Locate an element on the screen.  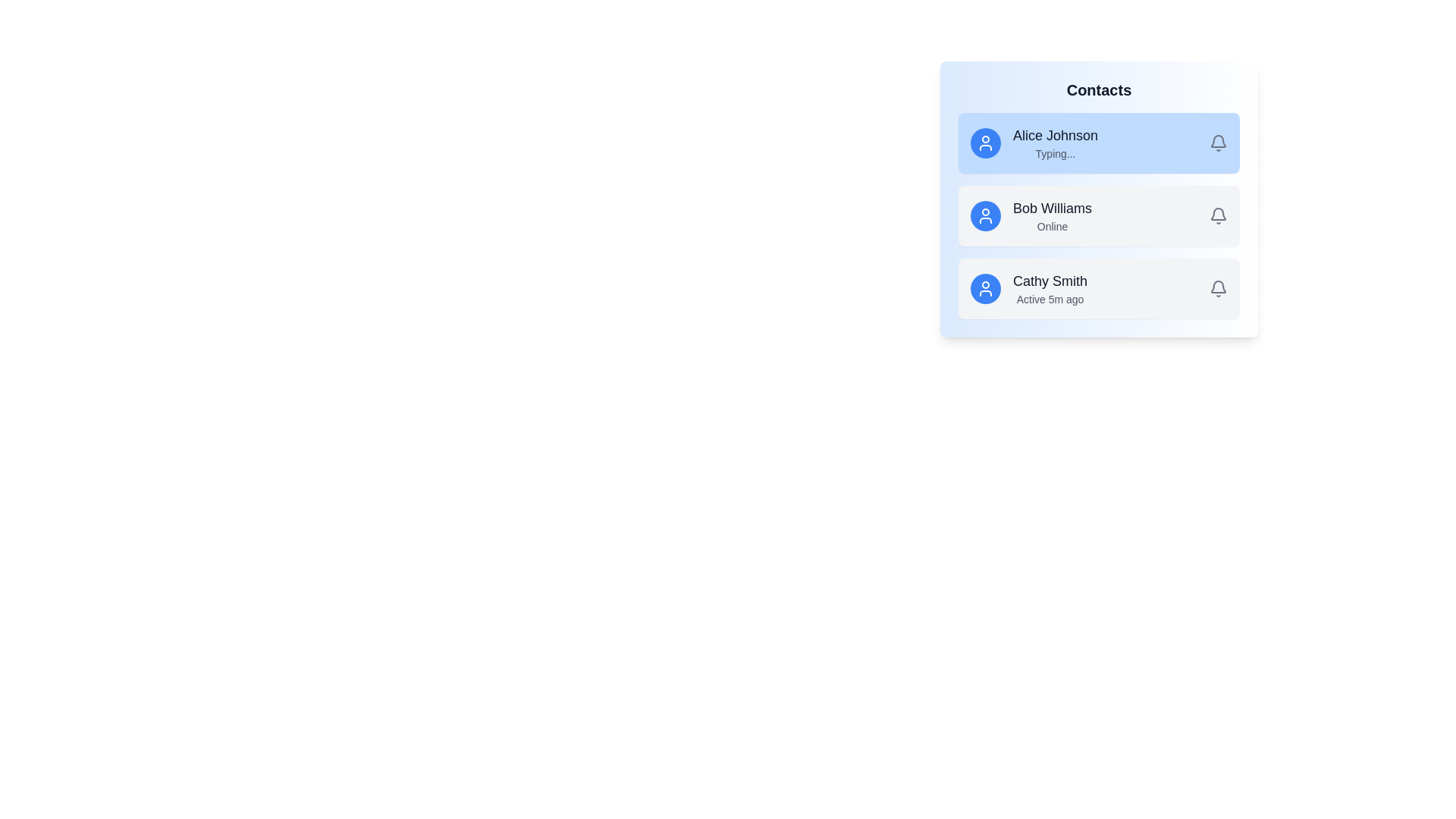
the notification icon in the SVG group that is part of the 'Bob Williams' entry in the 'Contacts' interface, located towards the right edge of the row is located at coordinates (1219, 287).